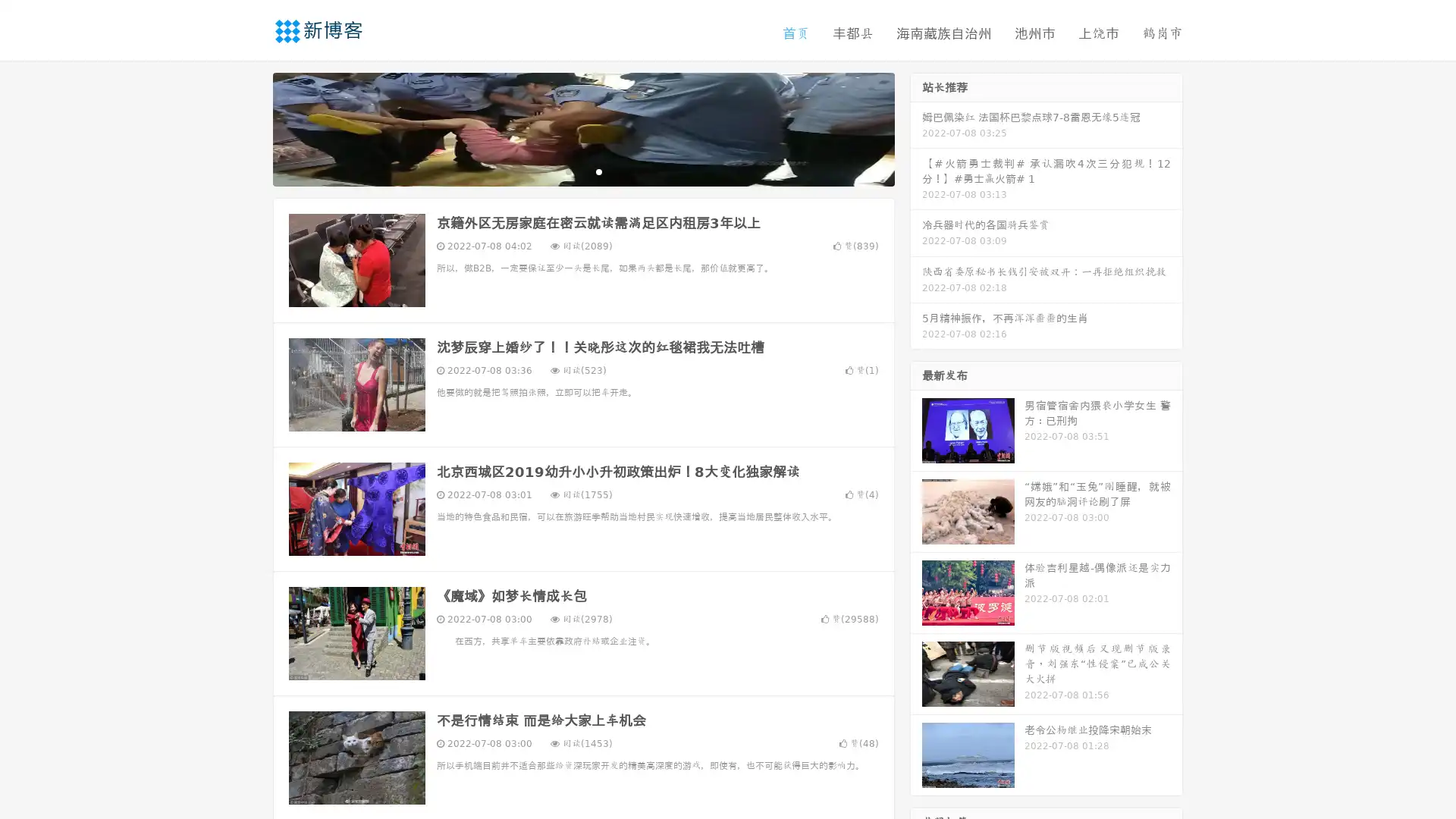 Image resolution: width=1456 pixels, height=819 pixels. I want to click on Go to slide 3, so click(598, 171).